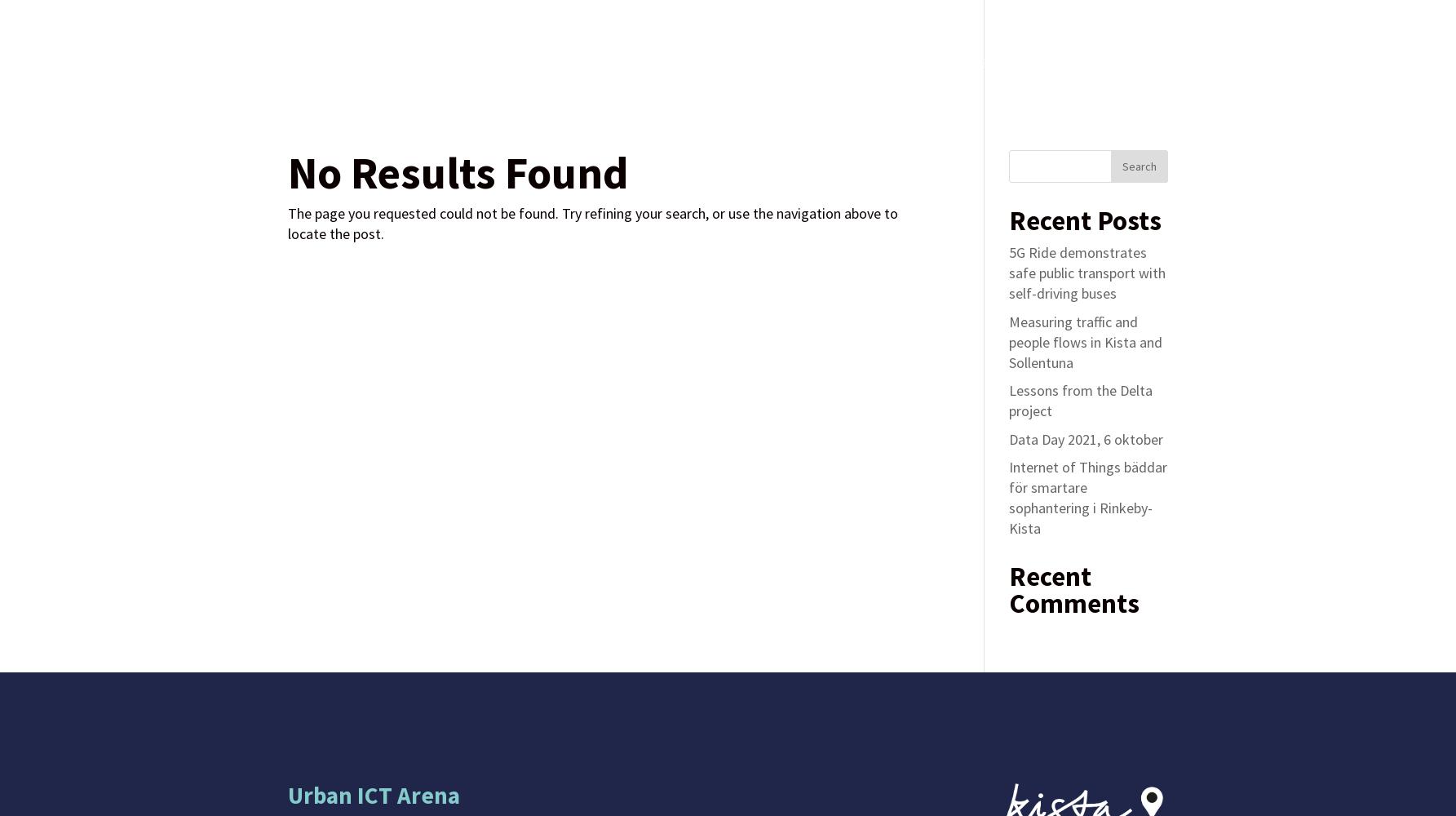 The width and height of the screenshot is (1456, 816). Describe the element at coordinates (689, 62) in the screenshot. I see `'Internet of Things'` at that location.